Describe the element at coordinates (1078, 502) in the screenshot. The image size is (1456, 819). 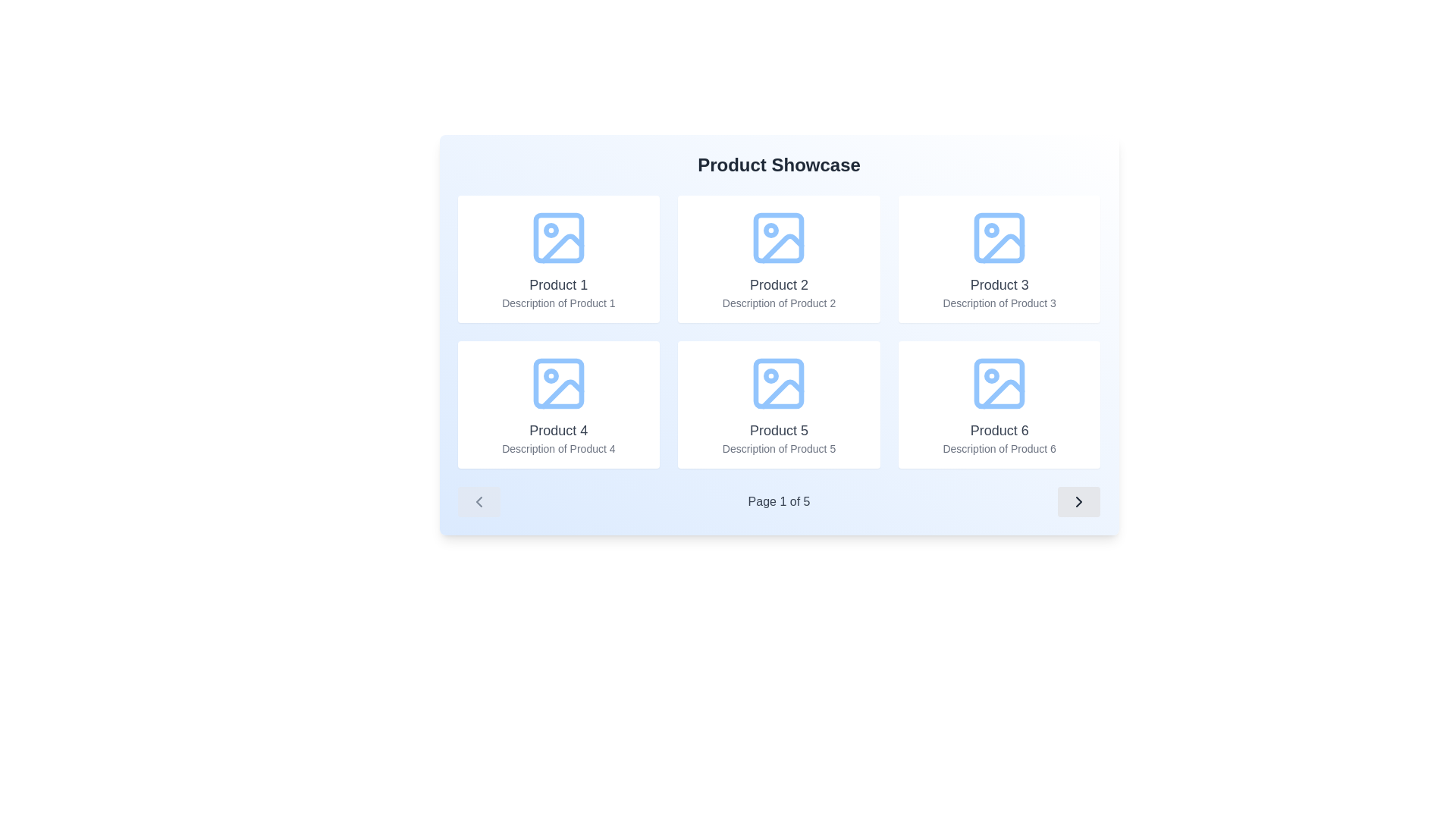
I see `the right-facing chevron arrow icon located near the bottom right corner of the interface` at that location.